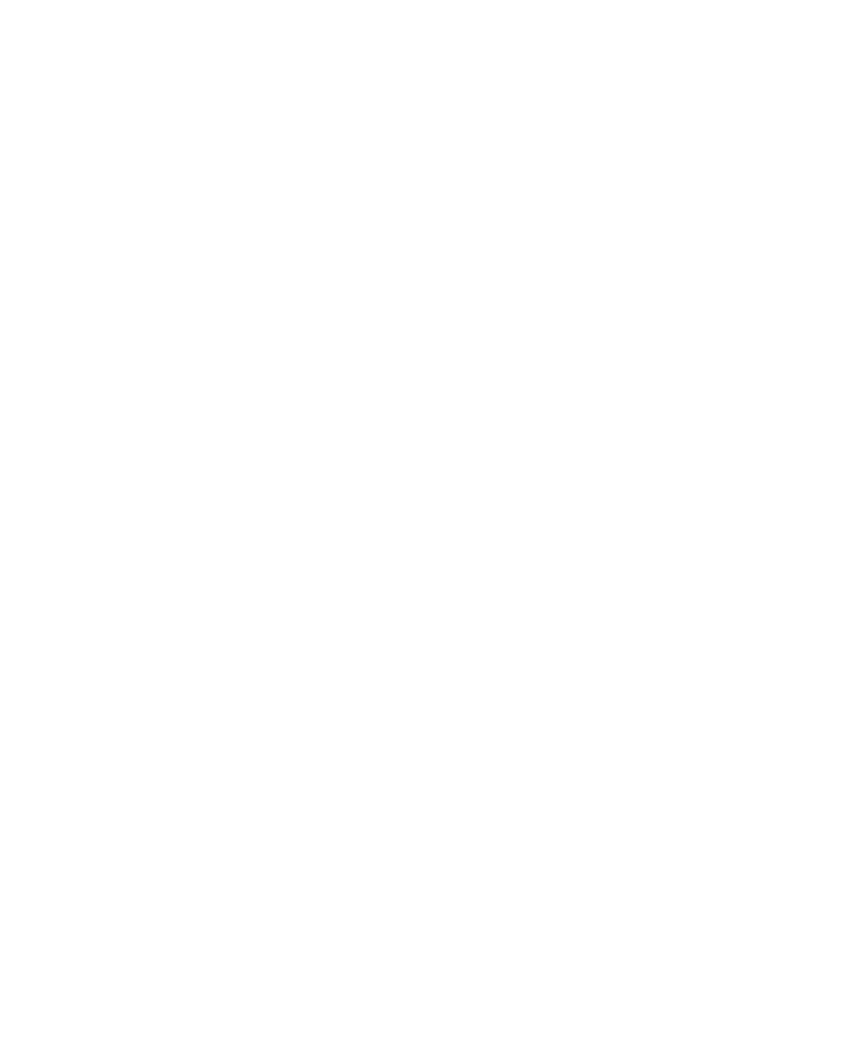  What do you see at coordinates (147, 365) in the screenshot?
I see `'Advisory'` at bounding box center [147, 365].